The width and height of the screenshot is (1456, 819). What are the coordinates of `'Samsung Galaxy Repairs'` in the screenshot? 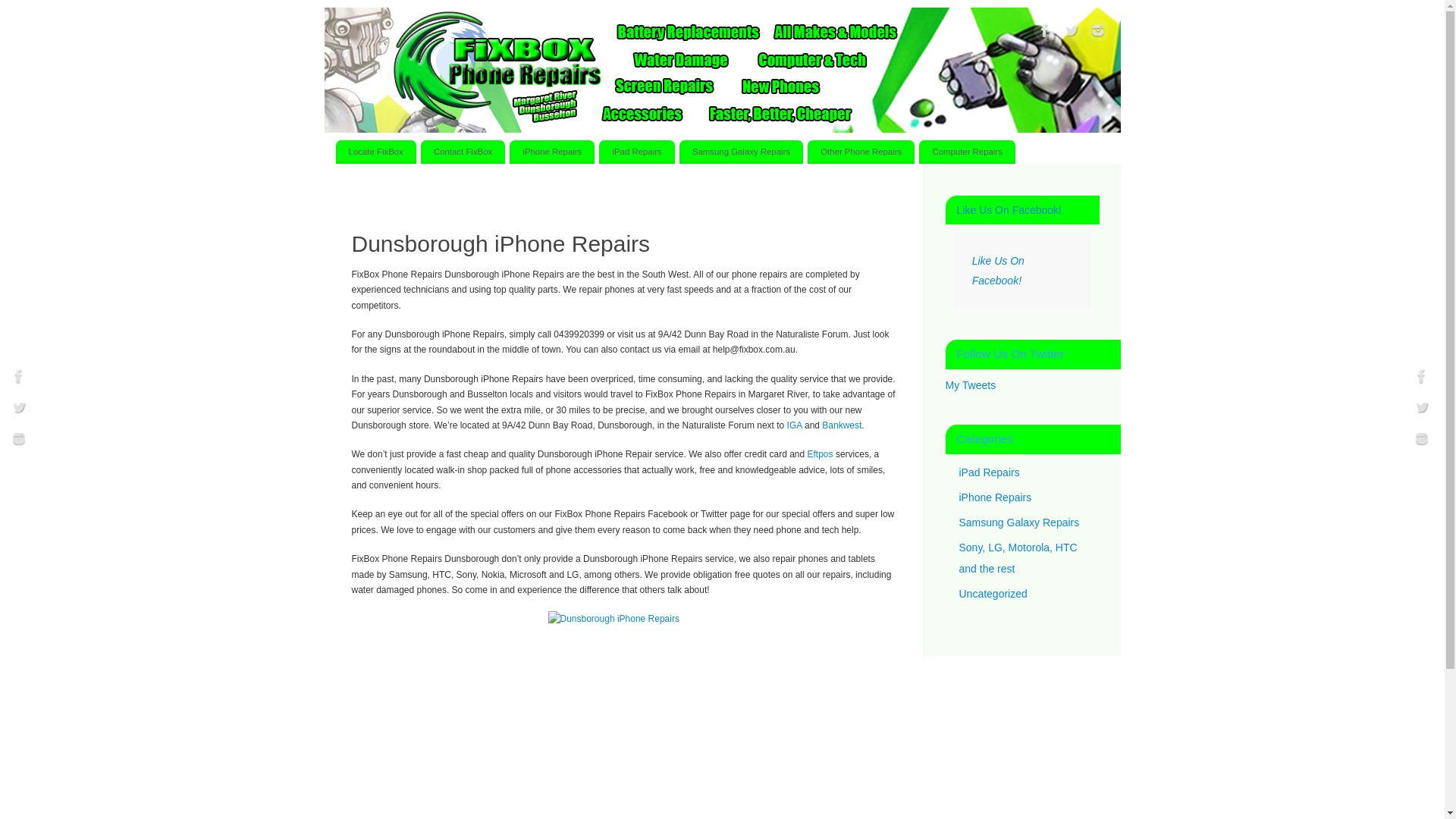 It's located at (1018, 520).